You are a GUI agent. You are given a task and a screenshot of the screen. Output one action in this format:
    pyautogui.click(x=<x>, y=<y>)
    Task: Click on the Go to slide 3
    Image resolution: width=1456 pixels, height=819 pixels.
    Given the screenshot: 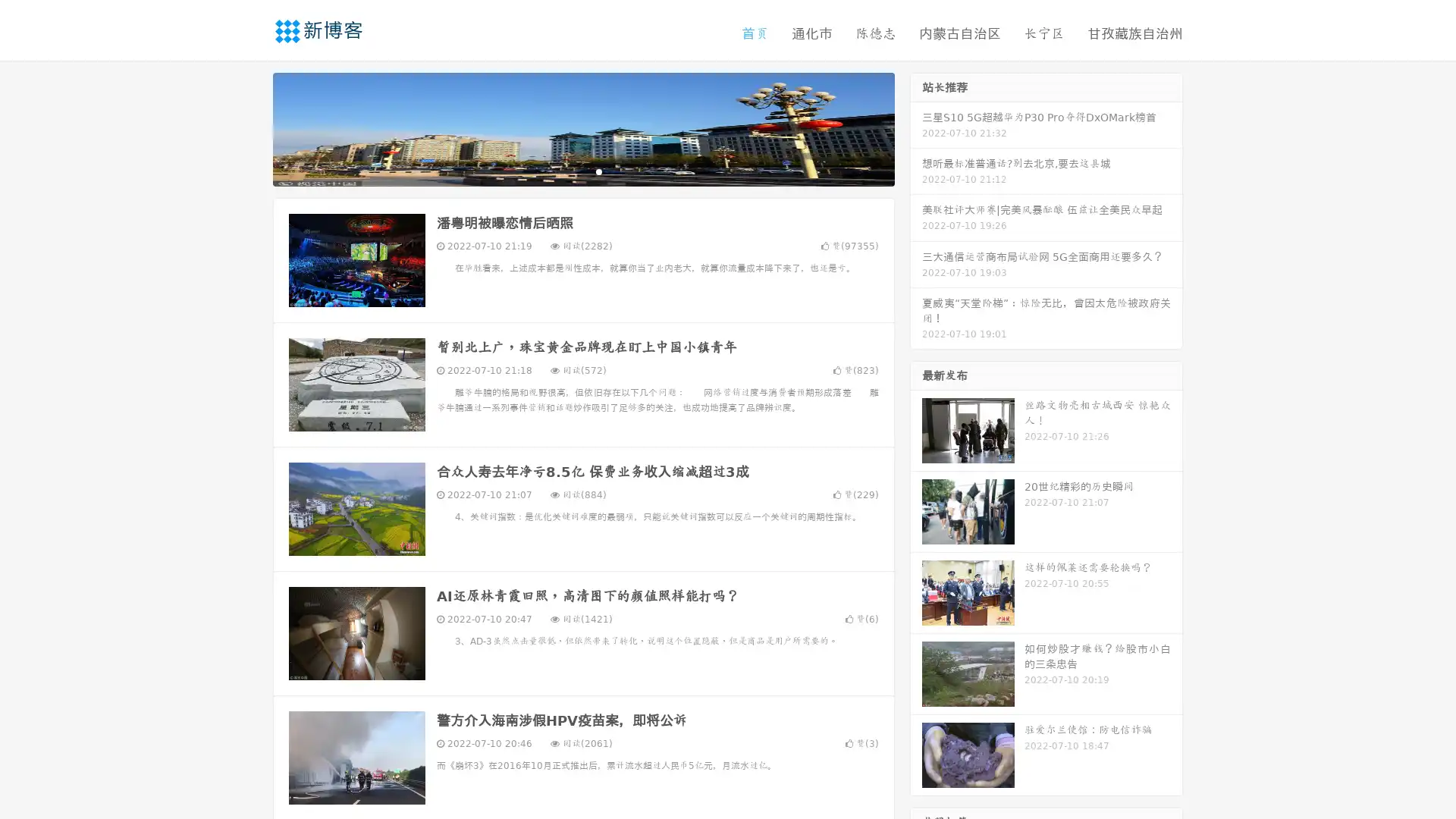 What is the action you would take?
    pyautogui.click(x=598, y=171)
    